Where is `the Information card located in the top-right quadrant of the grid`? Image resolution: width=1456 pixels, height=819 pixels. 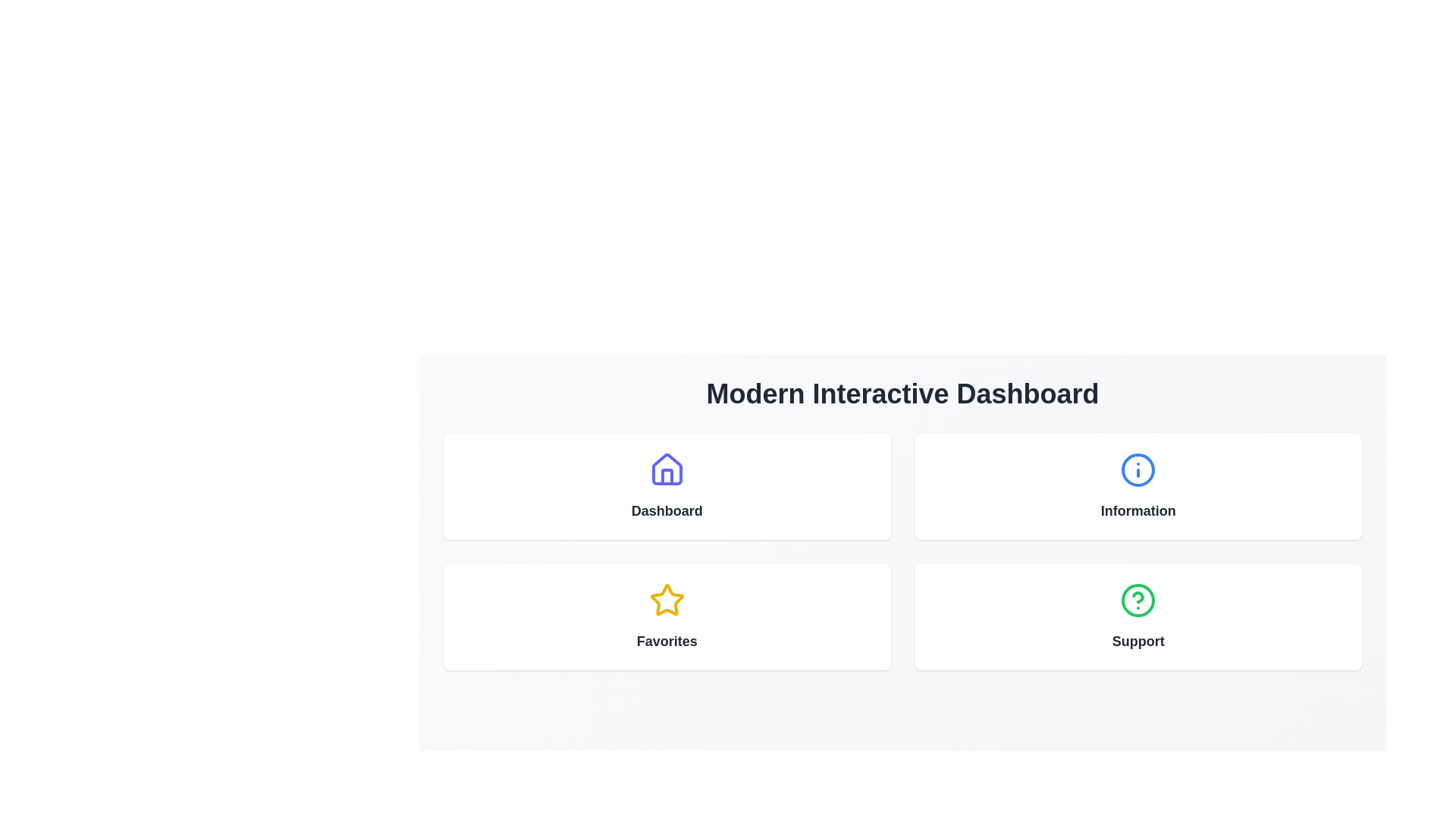 the Information card located in the top-right quadrant of the grid is located at coordinates (1138, 486).